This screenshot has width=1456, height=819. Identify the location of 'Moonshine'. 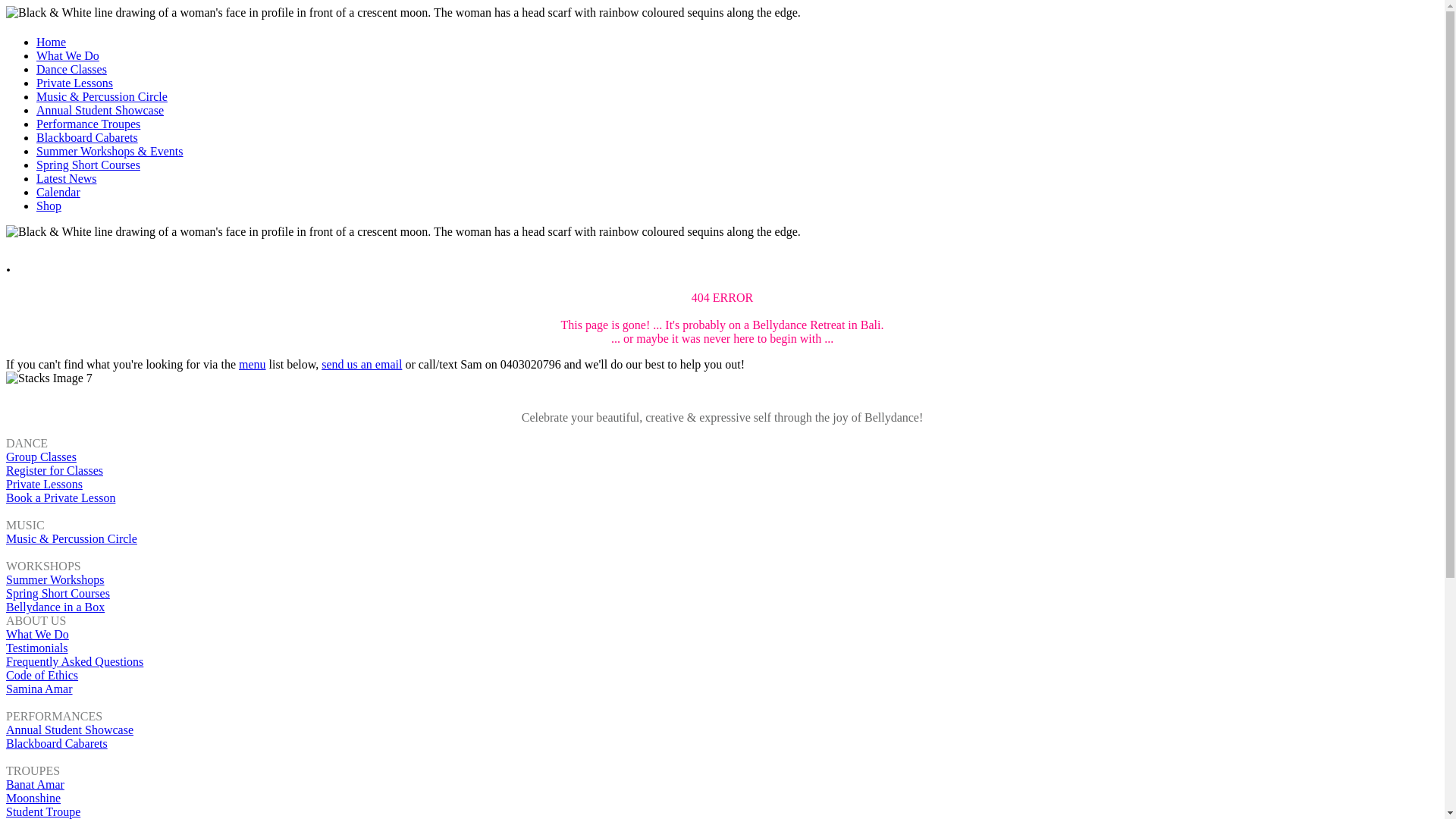
(33, 797).